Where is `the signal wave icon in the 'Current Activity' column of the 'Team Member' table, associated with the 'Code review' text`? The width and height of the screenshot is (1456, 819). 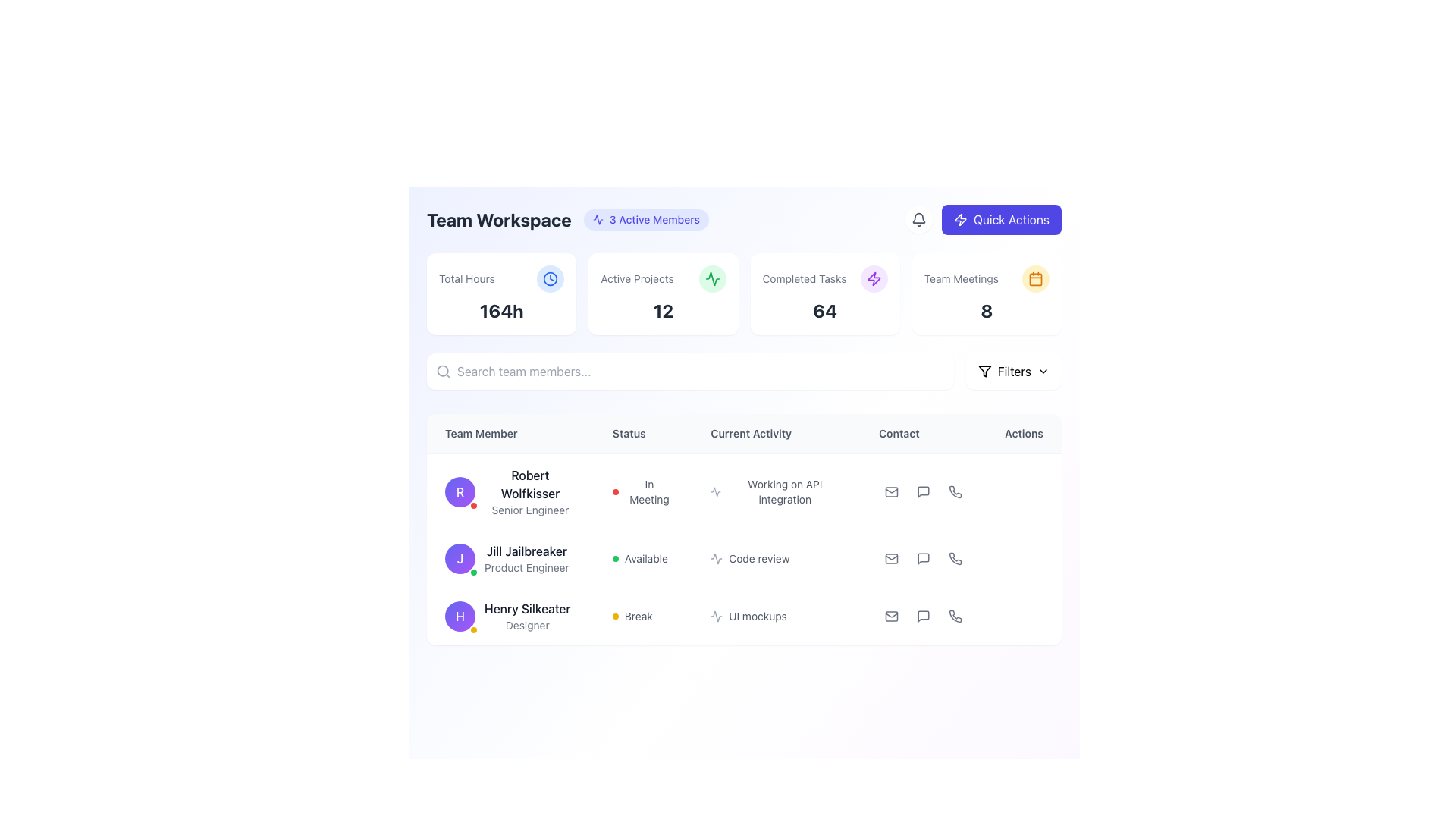
the signal wave icon in the 'Current Activity' column of the 'Team Member' table, associated with the 'Code review' text is located at coordinates (716, 558).